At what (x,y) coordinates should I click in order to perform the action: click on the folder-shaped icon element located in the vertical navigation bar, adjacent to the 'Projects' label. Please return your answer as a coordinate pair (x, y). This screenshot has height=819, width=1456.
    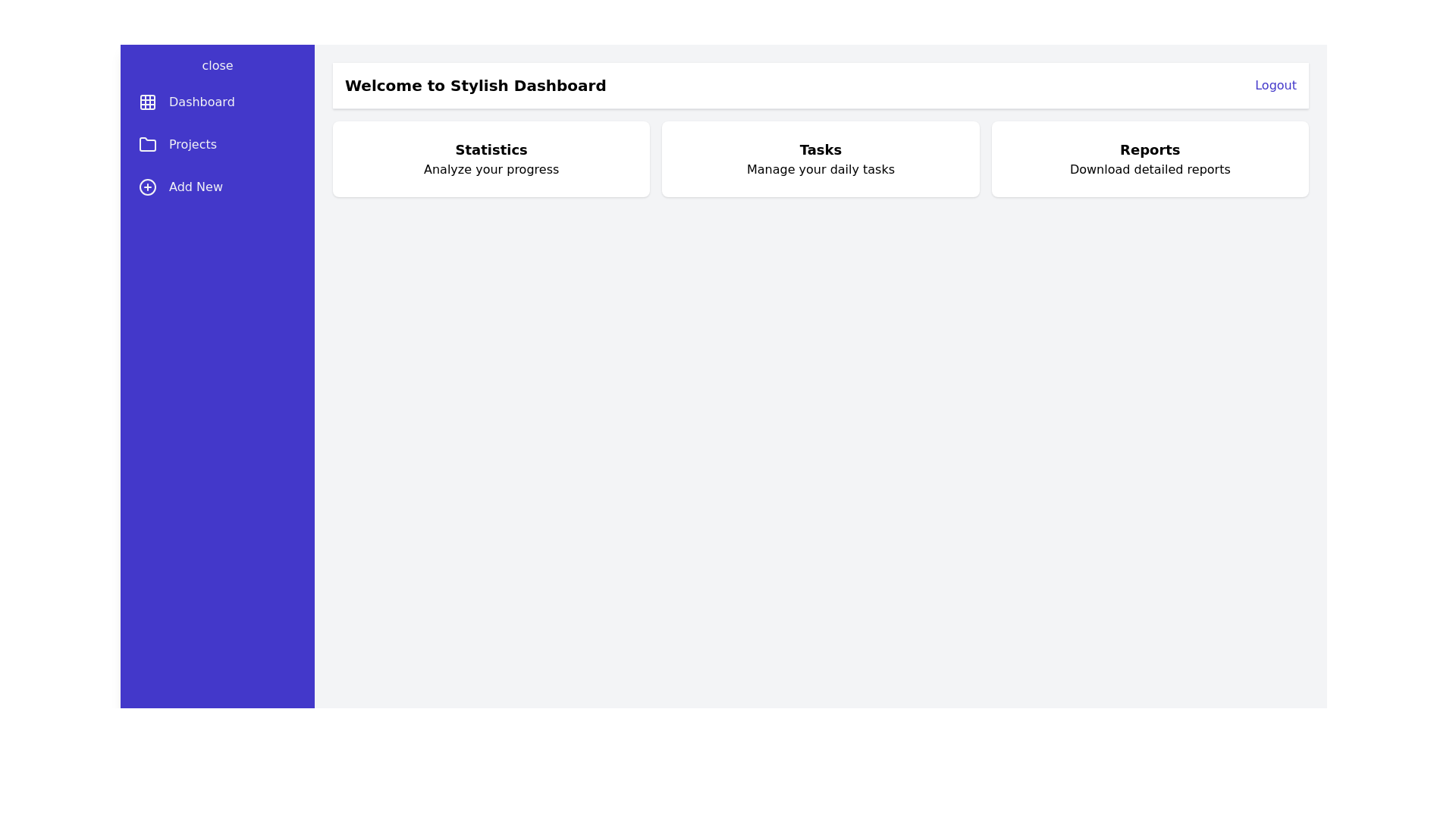
    Looking at the image, I should click on (148, 144).